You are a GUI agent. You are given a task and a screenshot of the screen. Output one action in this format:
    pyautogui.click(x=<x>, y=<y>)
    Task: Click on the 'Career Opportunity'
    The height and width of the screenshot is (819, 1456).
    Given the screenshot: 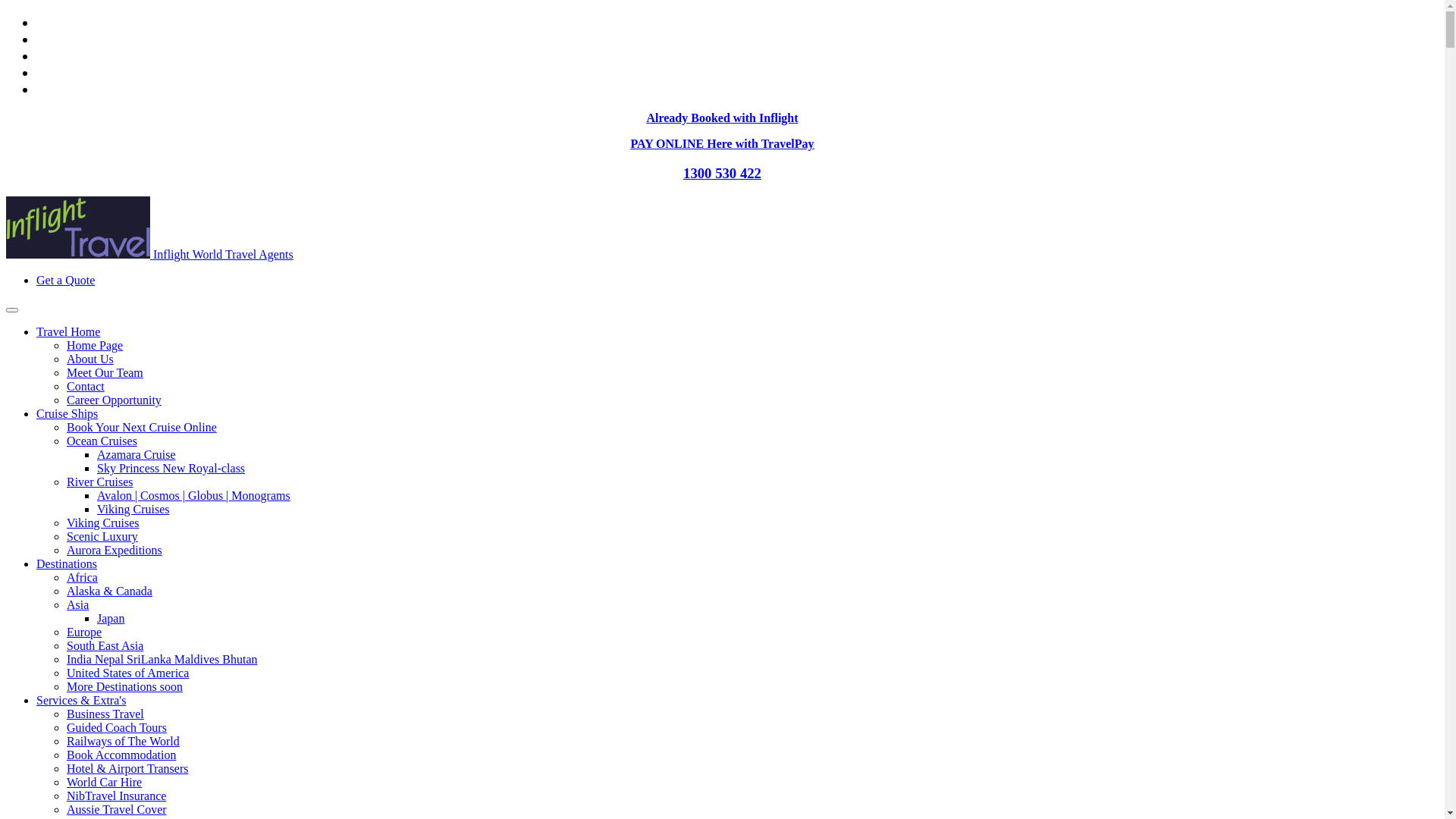 What is the action you would take?
    pyautogui.click(x=113, y=399)
    